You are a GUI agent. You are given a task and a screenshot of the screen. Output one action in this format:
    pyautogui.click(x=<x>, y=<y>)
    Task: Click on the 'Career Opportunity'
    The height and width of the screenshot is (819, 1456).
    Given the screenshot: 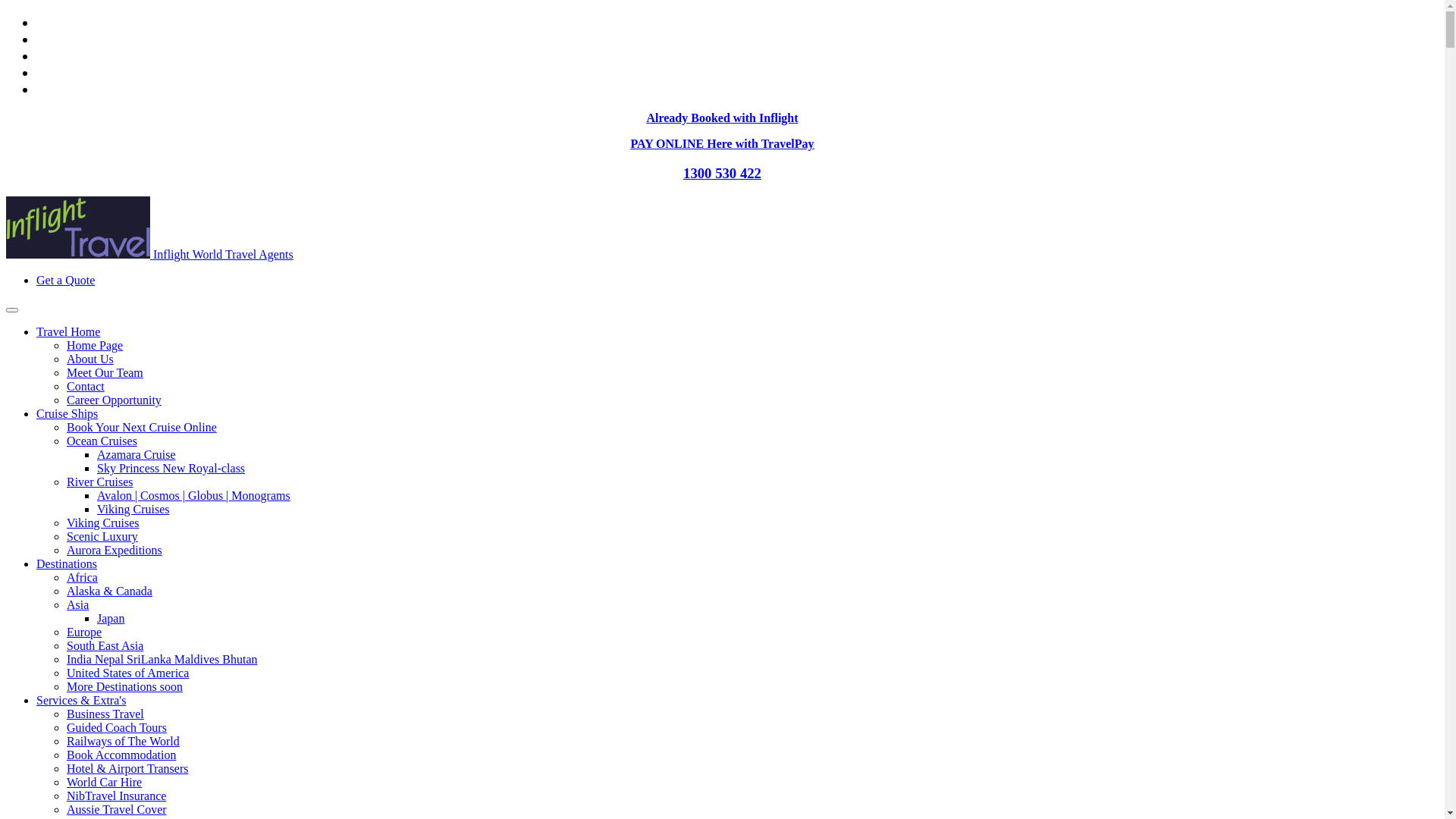 What is the action you would take?
    pyautogui.click(x=113, y=399)
    